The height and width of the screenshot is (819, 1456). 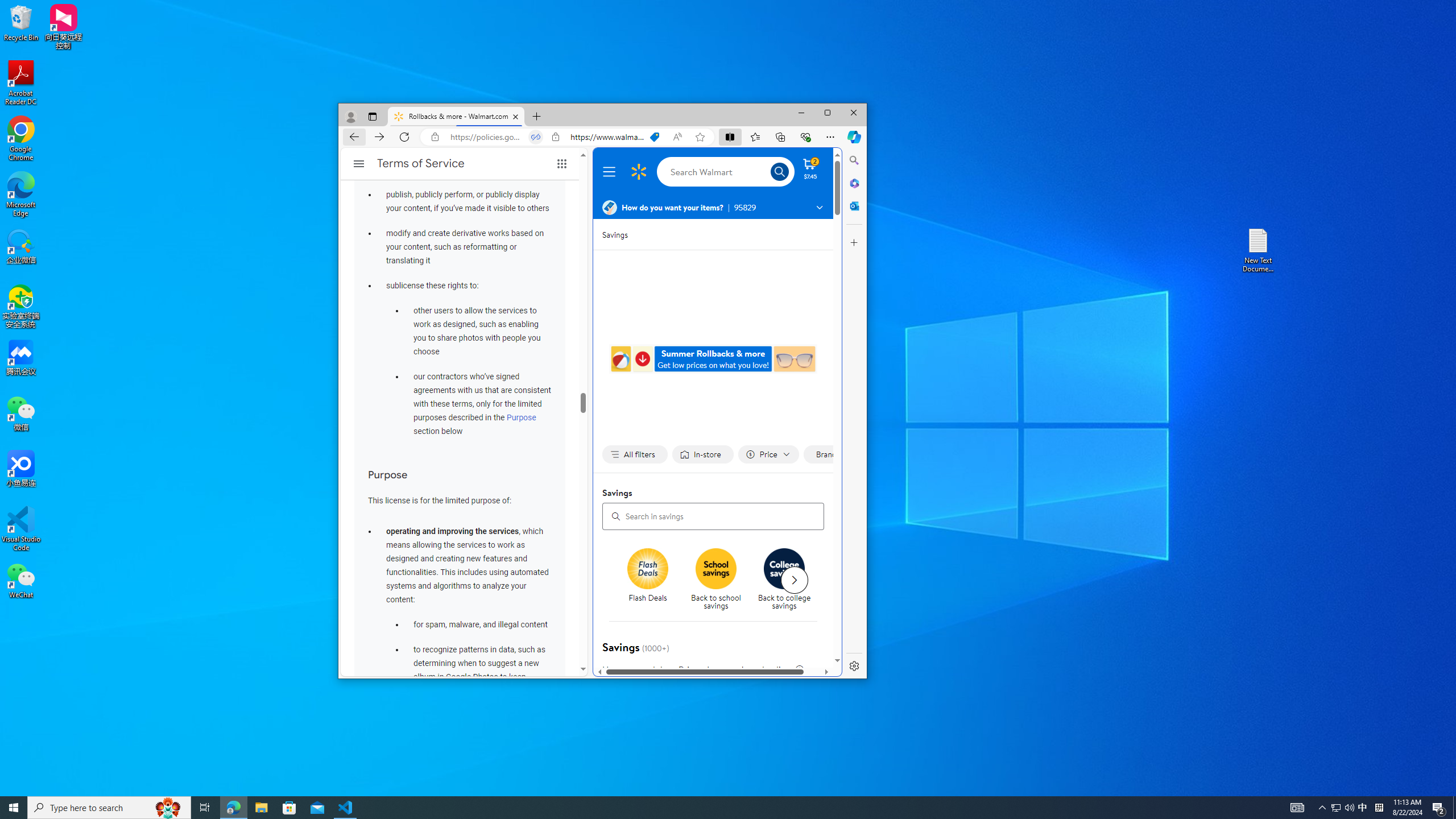 What do you see at coordinates (827, 113) in the screenshot?
I see `'Maximize'` at bounding box center [827, 113].